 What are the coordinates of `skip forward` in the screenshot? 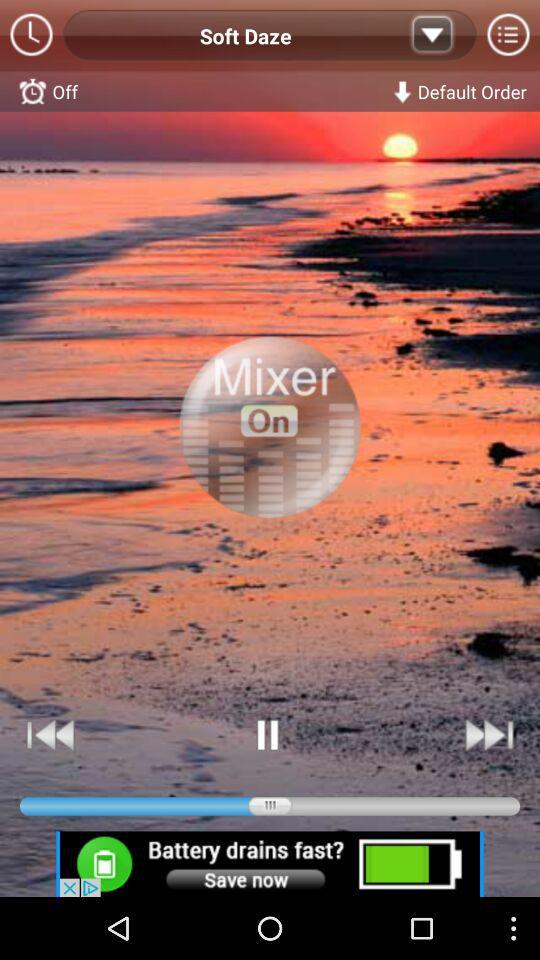 It's located at (487, 734).